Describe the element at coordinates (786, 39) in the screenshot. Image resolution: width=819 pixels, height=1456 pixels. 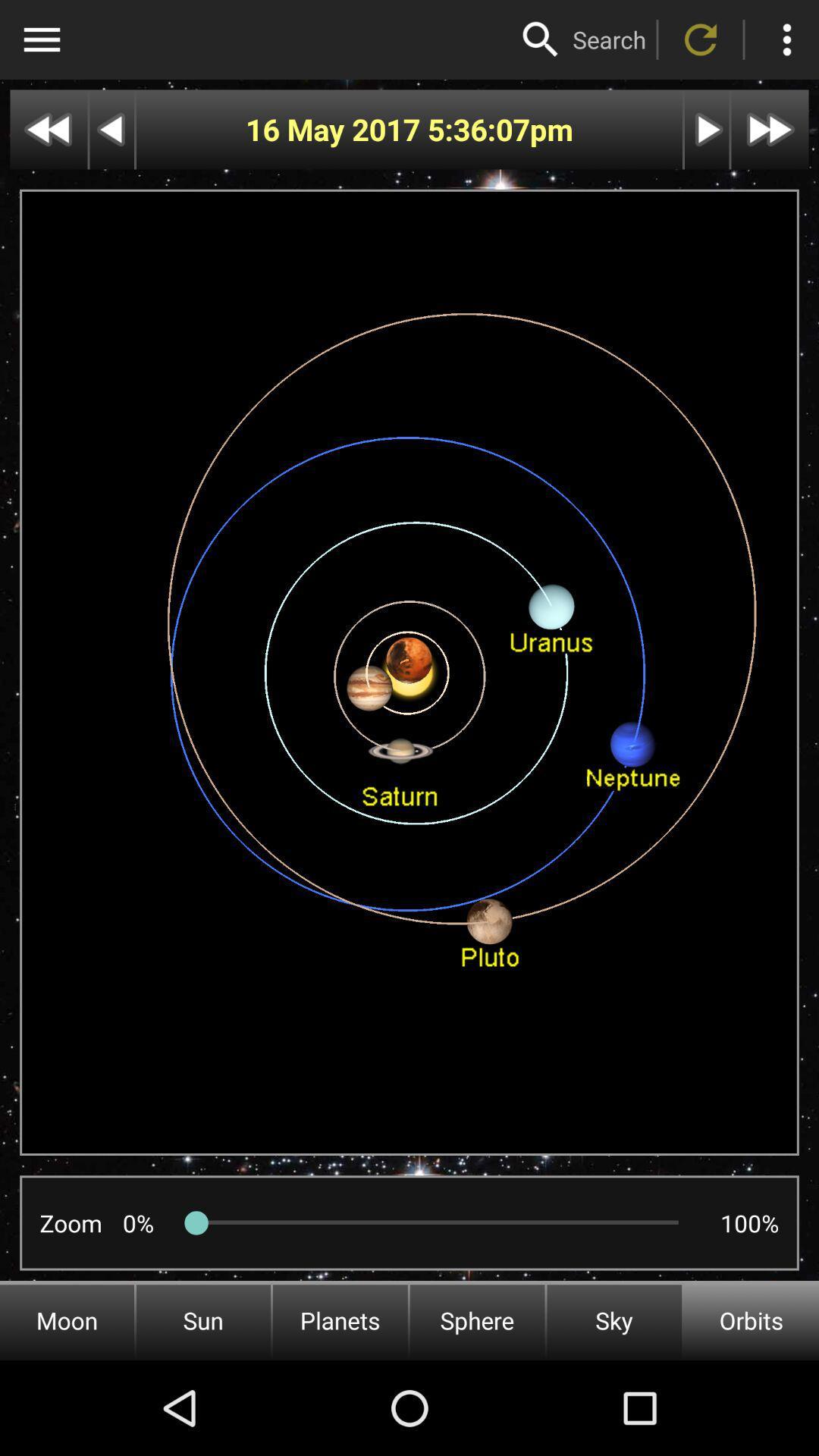
I see `open more actions` at that location.